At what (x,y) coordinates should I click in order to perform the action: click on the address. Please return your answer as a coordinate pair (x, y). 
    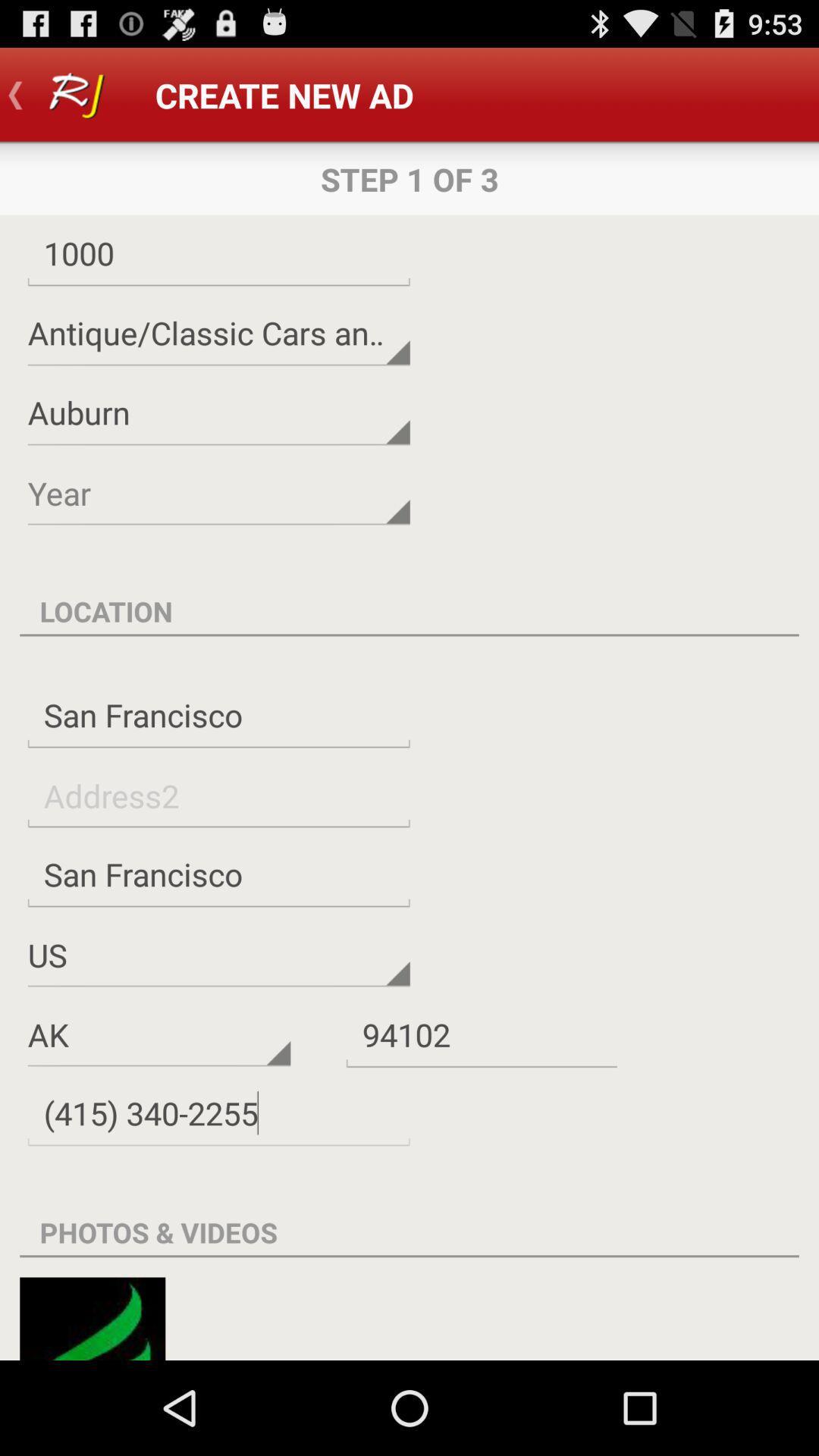
    Looking at the image, I should click on (218, 795).